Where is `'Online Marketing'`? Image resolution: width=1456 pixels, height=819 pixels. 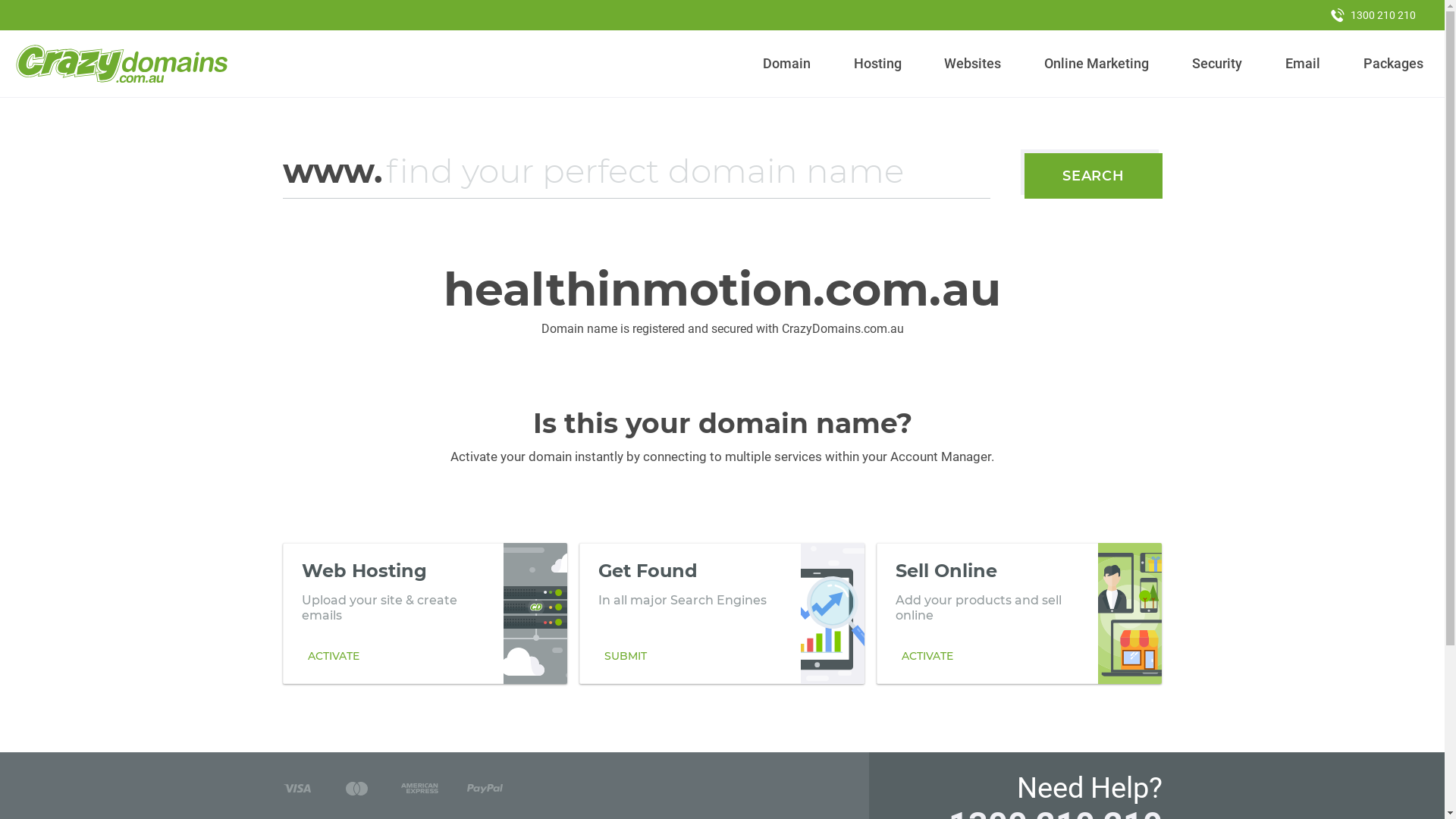 'Online Marketing' is located at coordinates (1037, 63).